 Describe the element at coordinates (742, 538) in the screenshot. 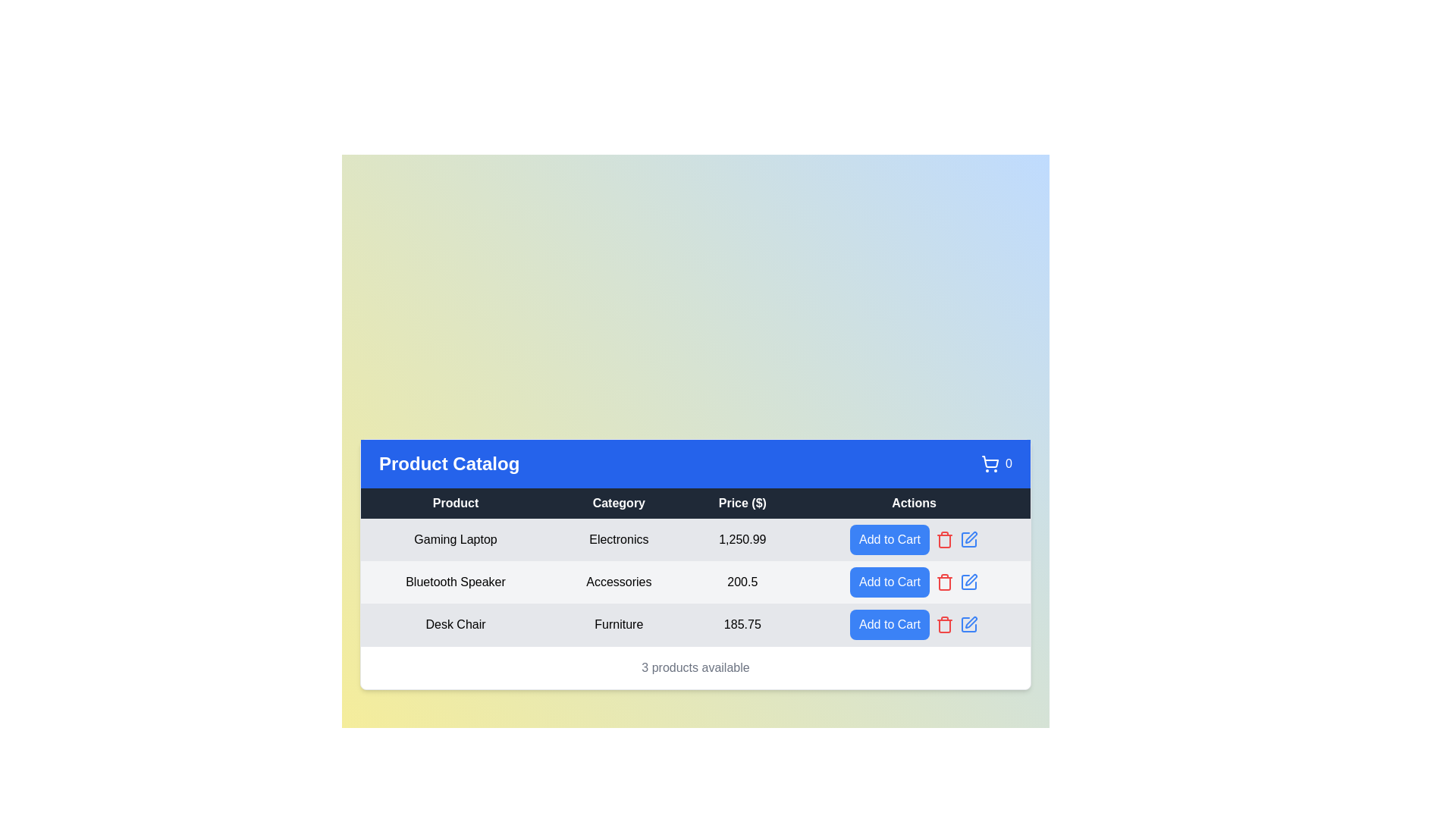

I see `the price display of the 'Gaming Laptop', which shows '1,250.99' in a black font on a light gray background` at that location.